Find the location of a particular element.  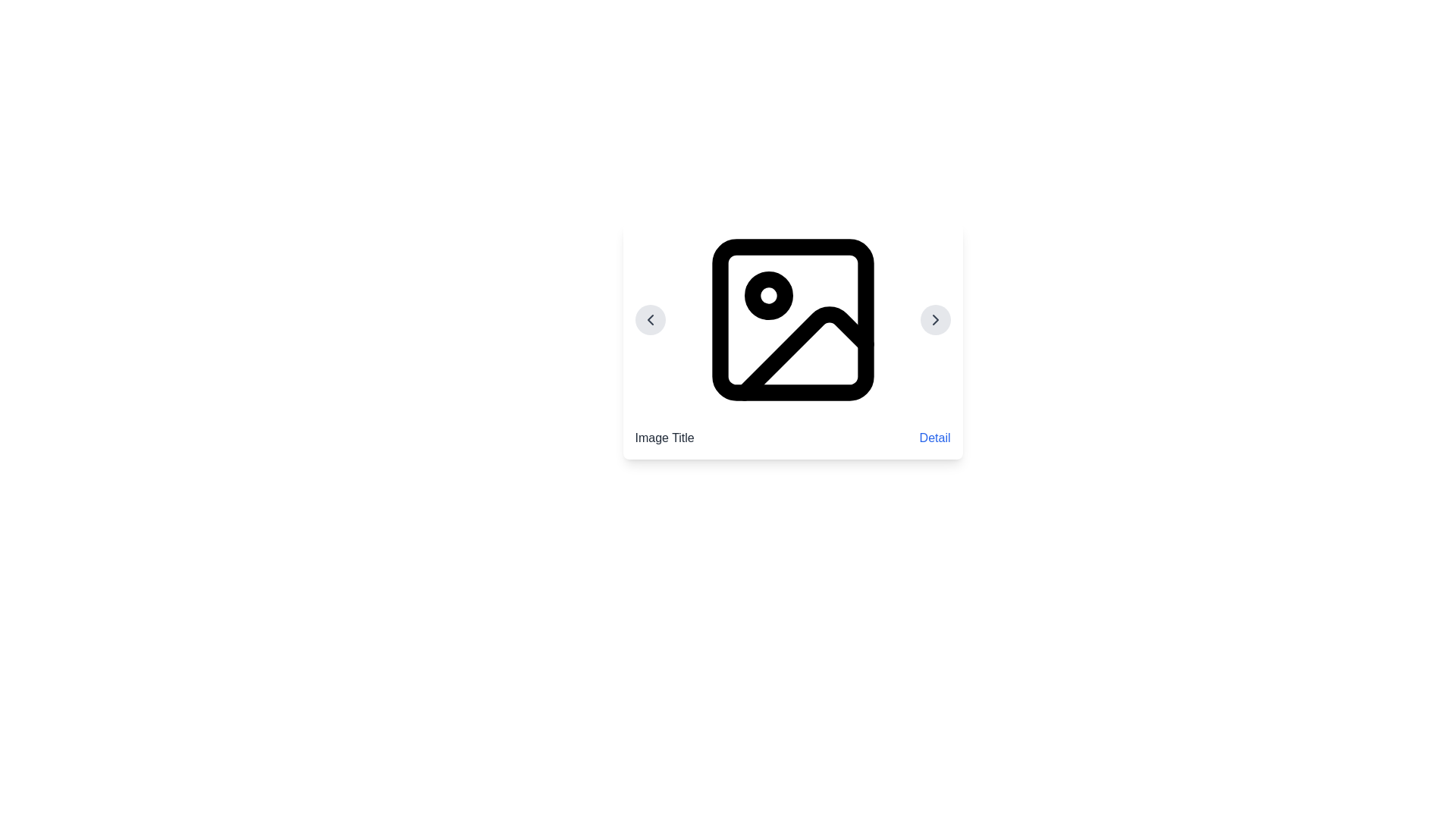

the icon located in the middle right of the card with 'Image Title' and 'Detail' is located at coordinates (934, 318).